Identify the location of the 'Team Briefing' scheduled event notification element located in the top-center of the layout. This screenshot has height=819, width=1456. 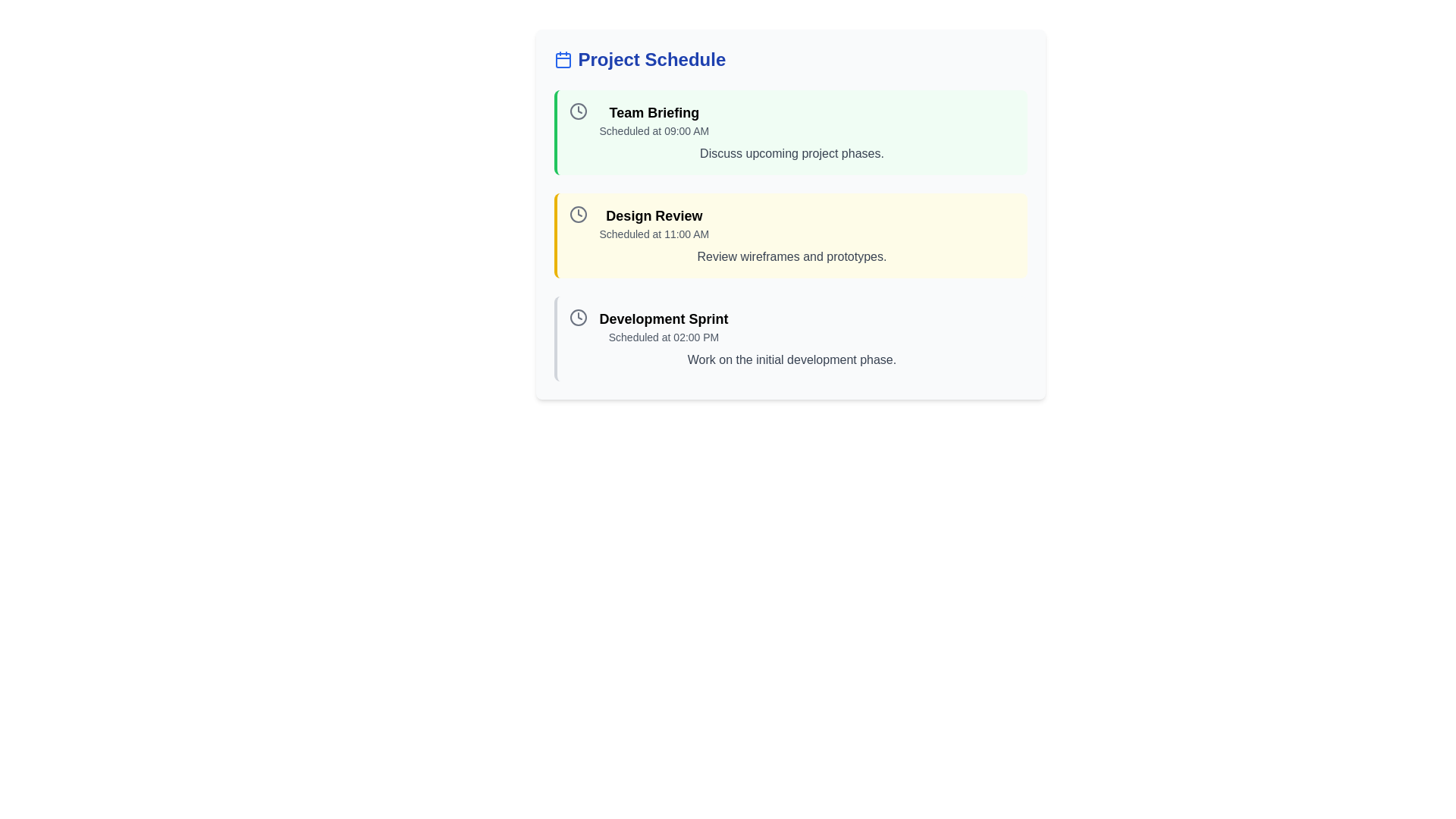
(791, 119).